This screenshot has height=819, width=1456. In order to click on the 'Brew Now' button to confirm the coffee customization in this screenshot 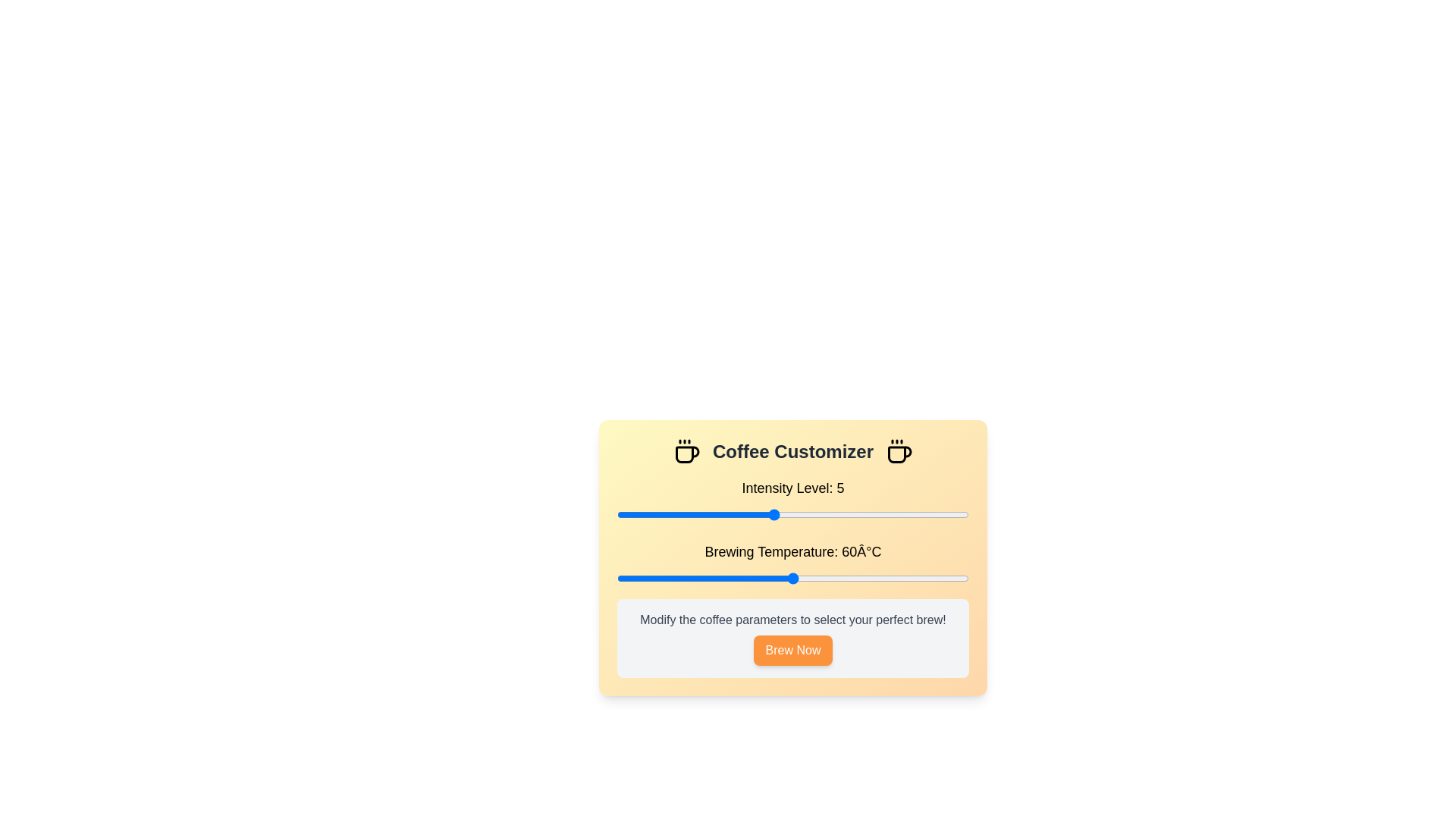, I will do `click(792, 649)`.